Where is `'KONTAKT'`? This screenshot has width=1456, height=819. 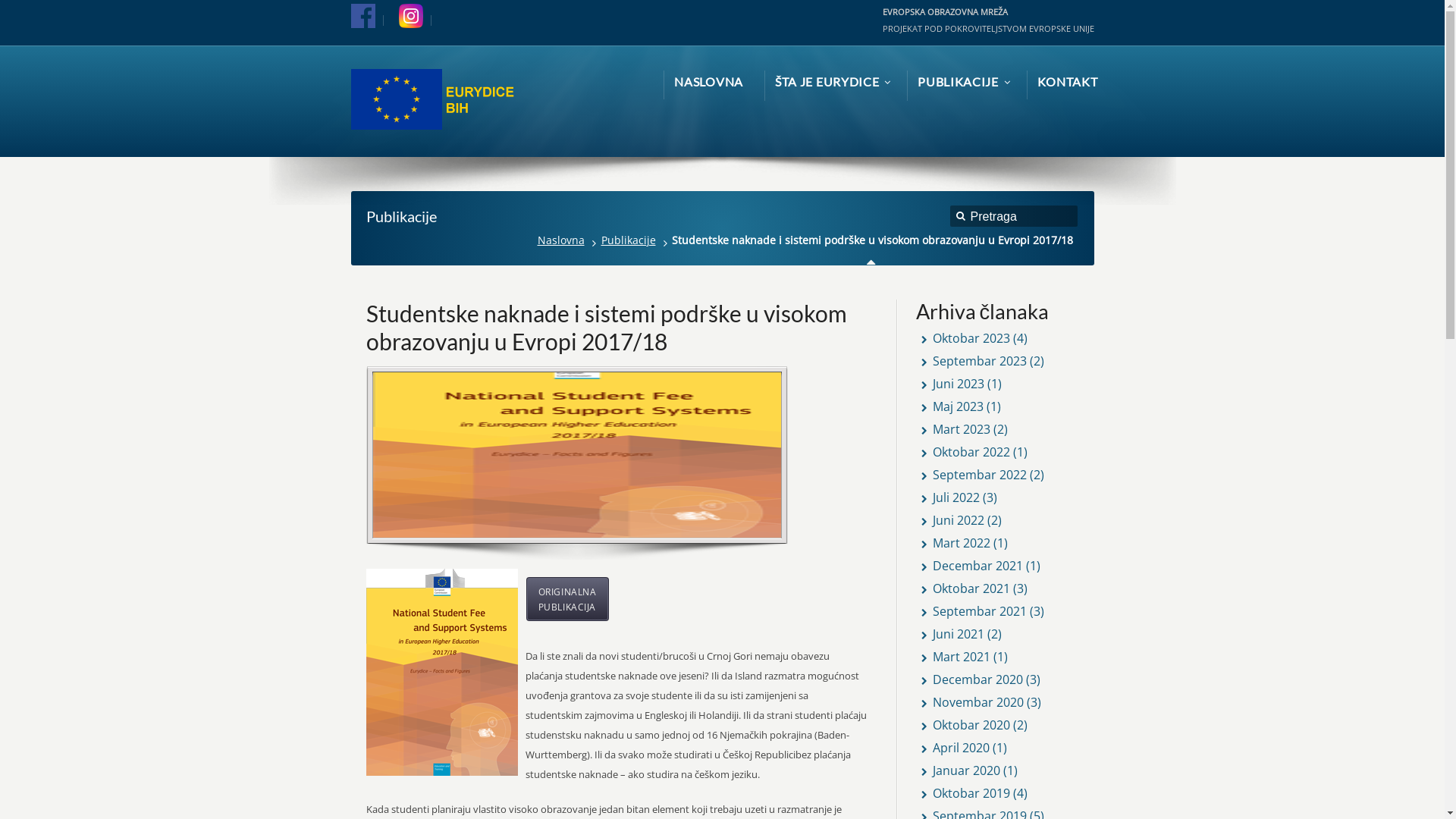 'KONTAKT' is located at coordinates (1066, 82).